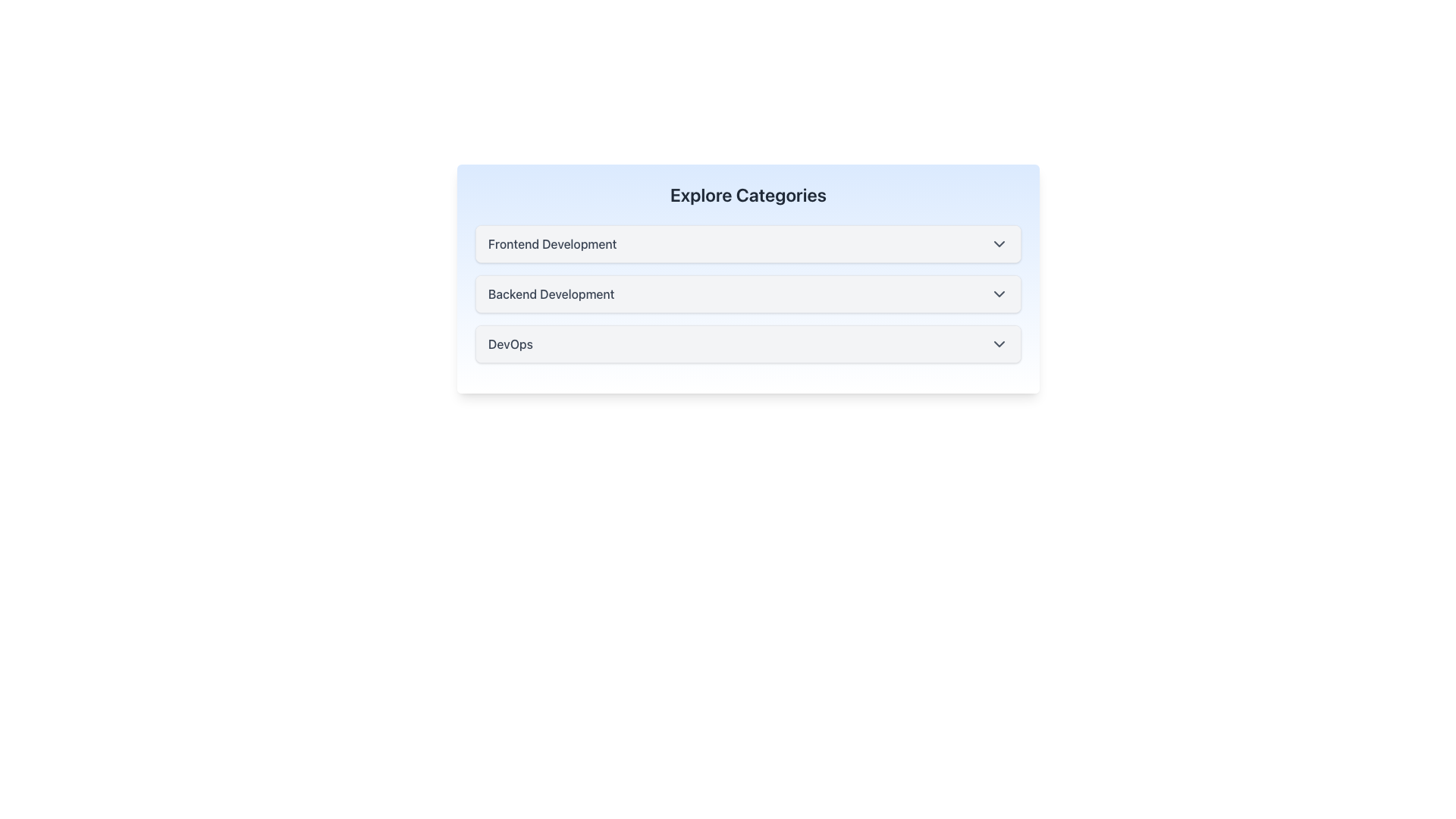 The image size is (1456, 819). I want to click on the small downward chevron icon in light gray color located at the far right end of the 'DevOps' selection bar, so click(999, 344).